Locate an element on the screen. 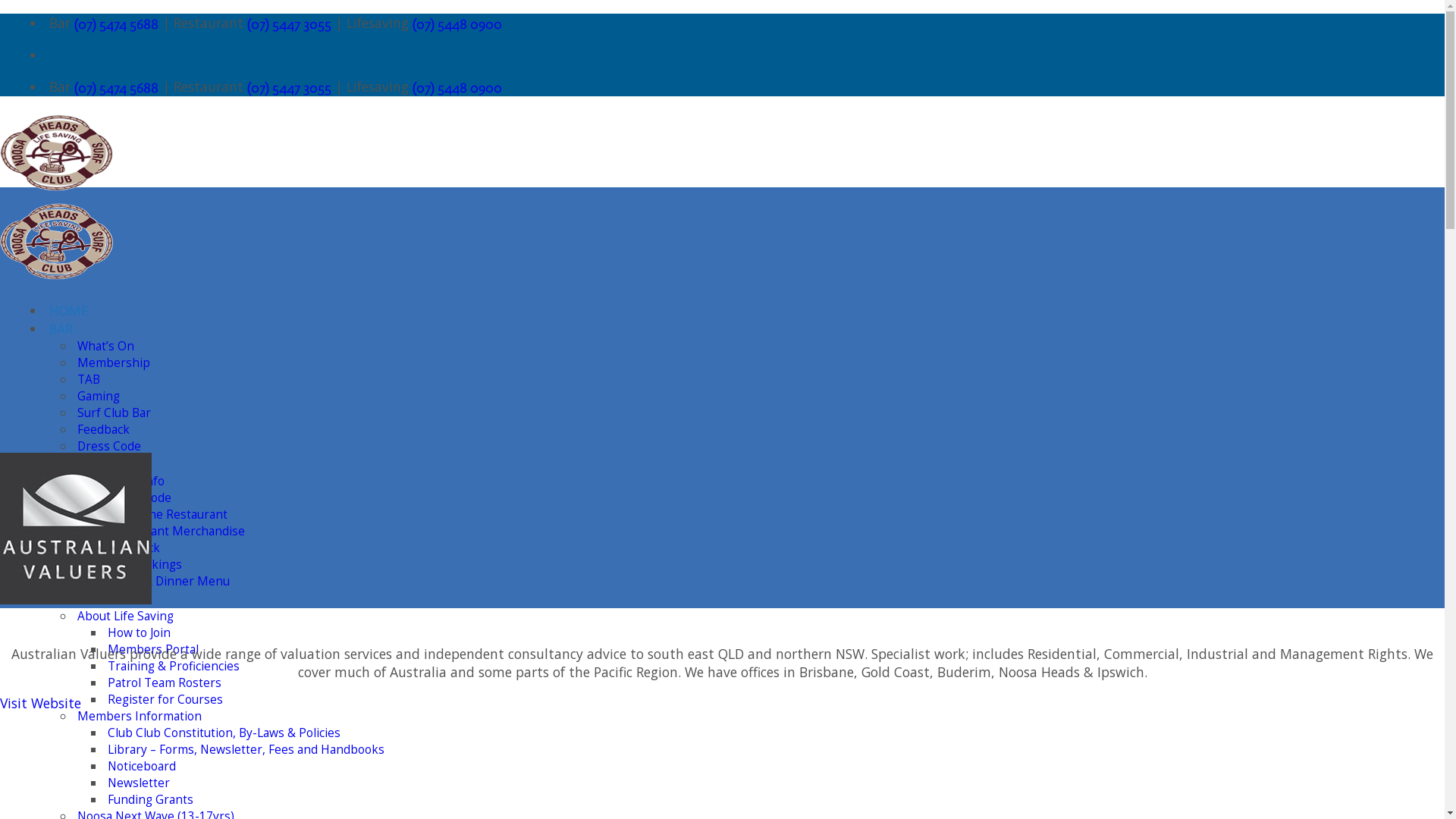 This screenshot has width=1456, height=819. '(07) 5474 5688' is located at coordinates (115, 24).